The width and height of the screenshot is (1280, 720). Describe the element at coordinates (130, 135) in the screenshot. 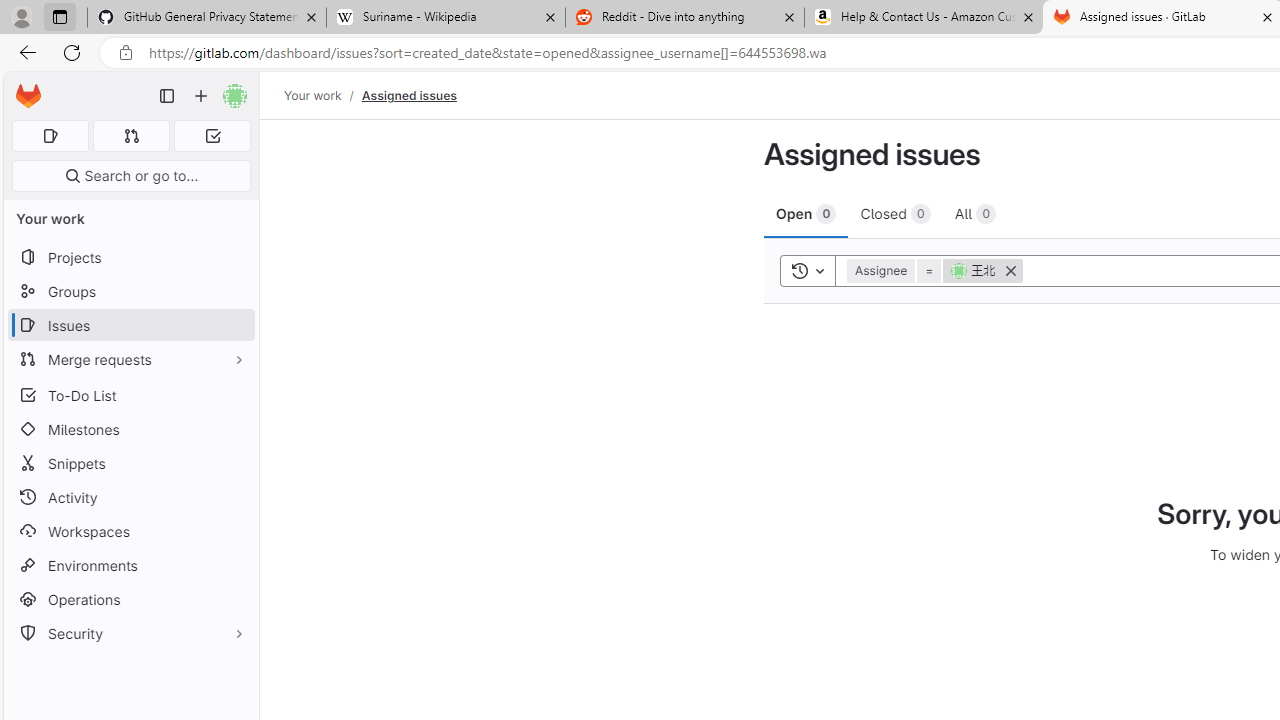

I see `'Merge requests 0'` at that location.